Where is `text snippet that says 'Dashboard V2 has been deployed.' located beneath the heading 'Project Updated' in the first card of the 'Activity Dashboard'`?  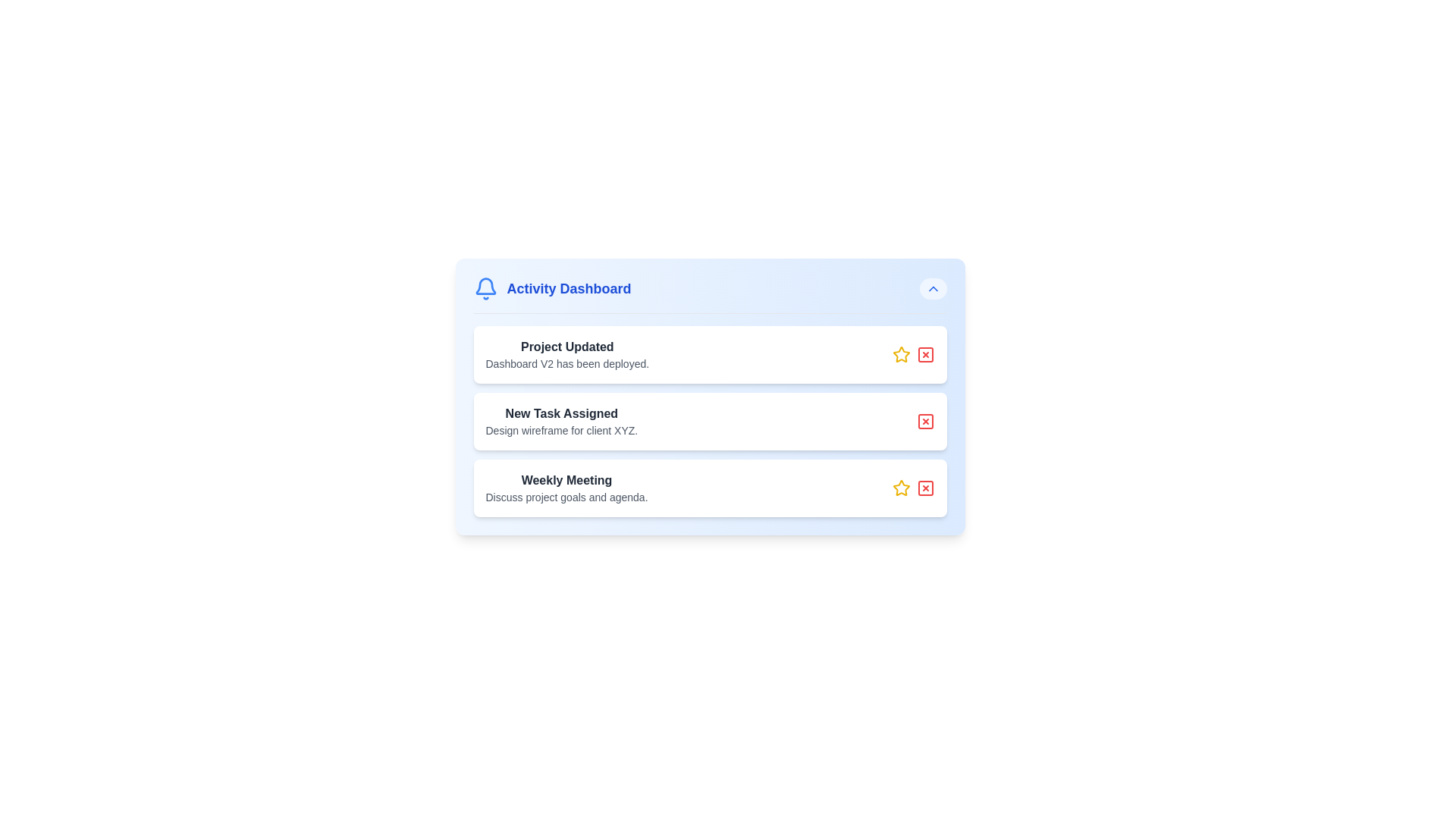 text snippet that says 'Dashboard V2 has been deployed.' located beneath the heading 'Project Updated' in the first card of the 'Activity Dashboard' is located at coordinates (566, 363).